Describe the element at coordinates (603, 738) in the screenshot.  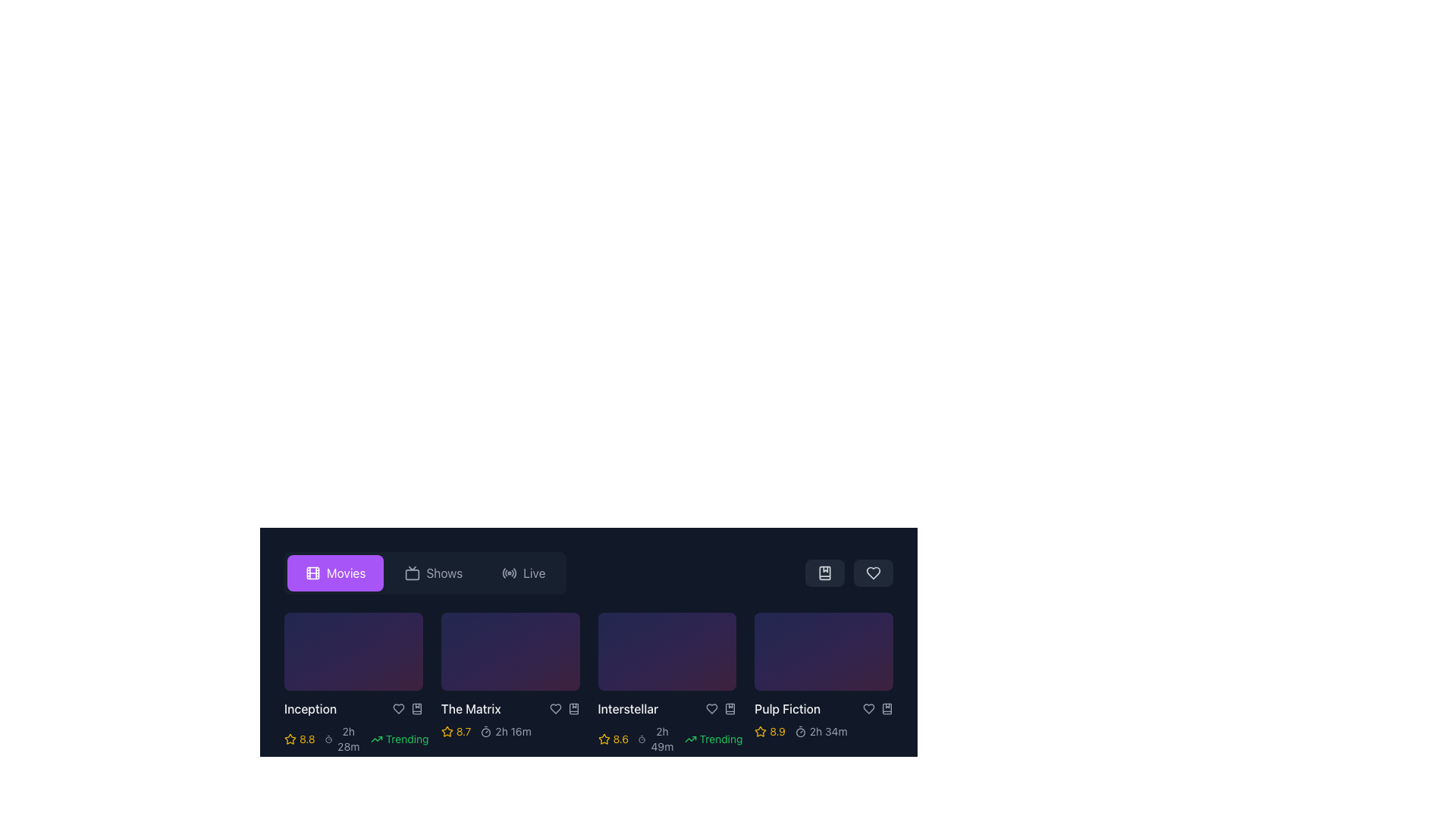
I see `the yellow star icon representing the rating for the movie 'Interstellar' located in the row of movie cards` at that location.